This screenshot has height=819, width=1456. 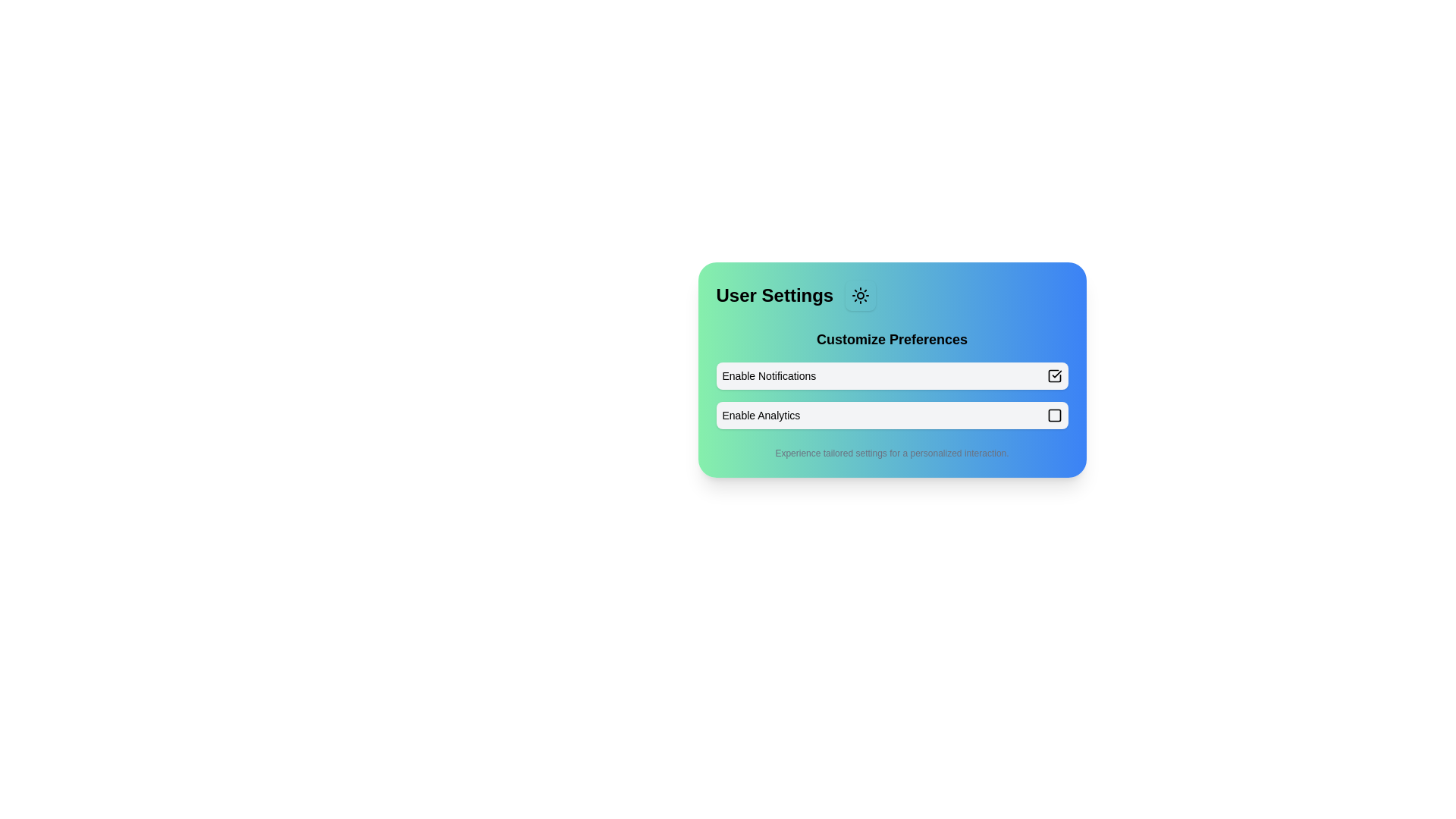 I want to click on the 'User Settings' text label, which is a bold, large font element located at the top-left corner of a gradient-colored card interface, so click(x=774, y=295).